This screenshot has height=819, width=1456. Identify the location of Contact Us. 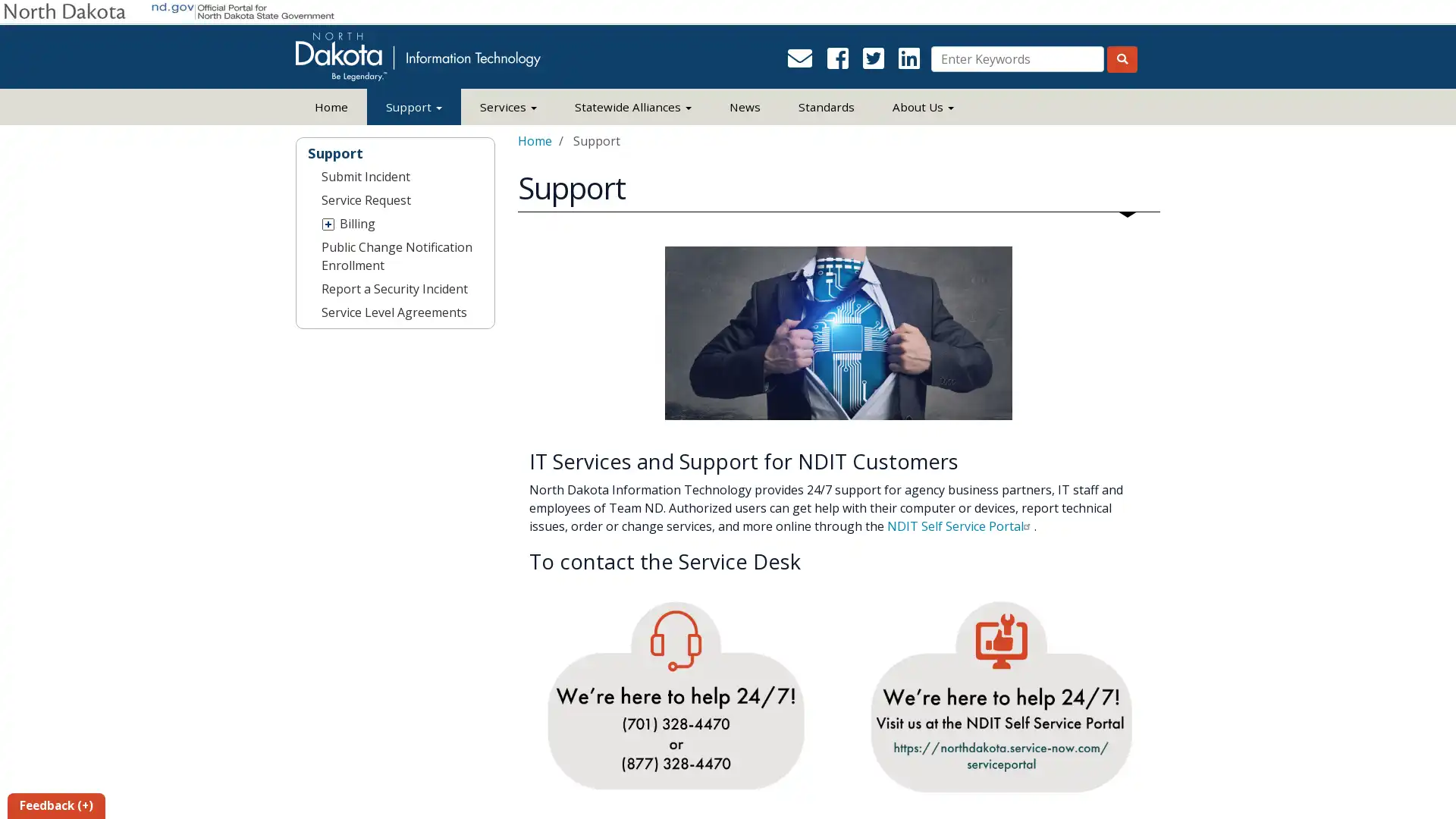
(804, 62).